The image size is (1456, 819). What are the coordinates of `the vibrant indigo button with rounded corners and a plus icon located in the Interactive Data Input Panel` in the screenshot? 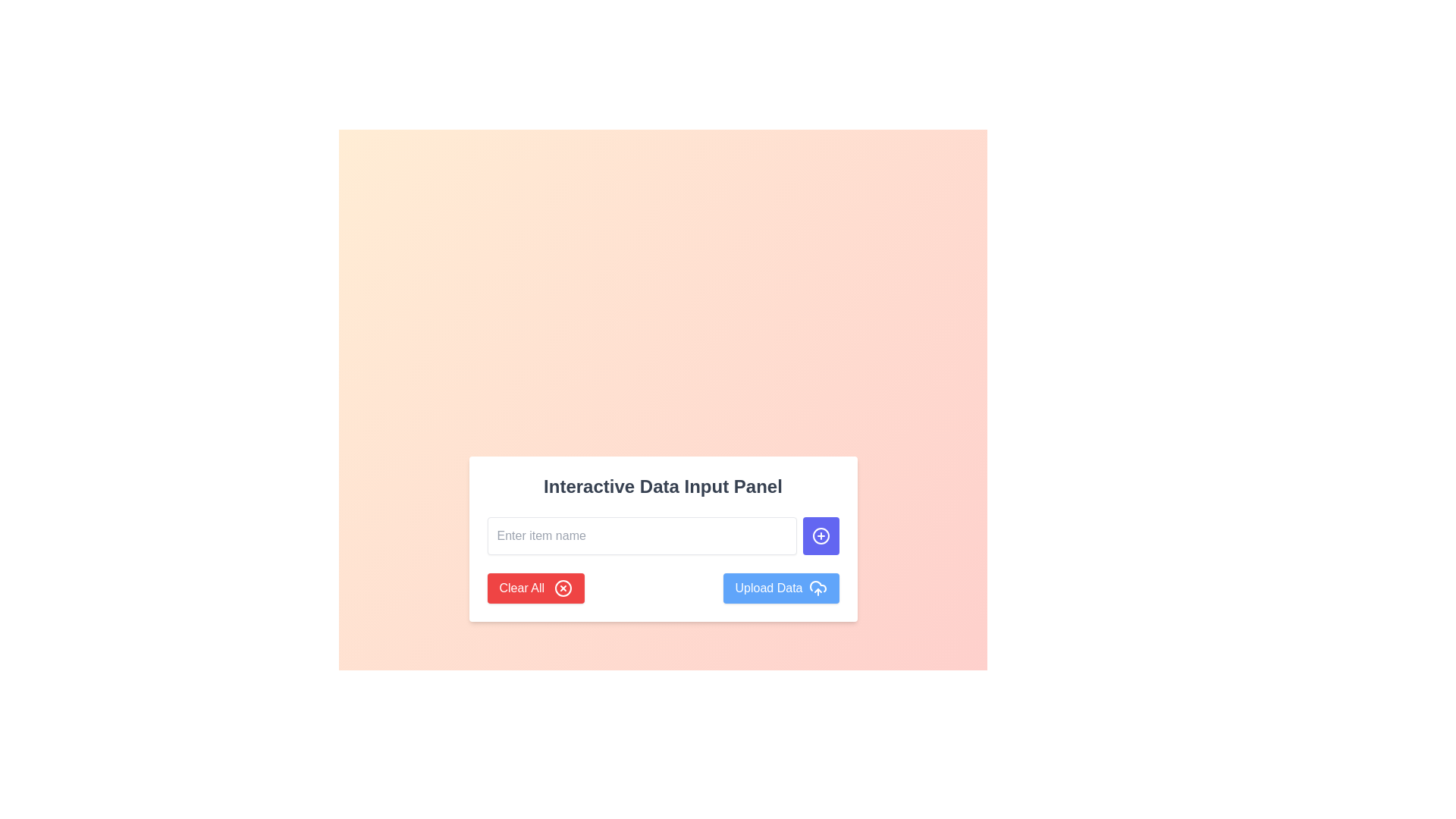 It's located at (820, 535).